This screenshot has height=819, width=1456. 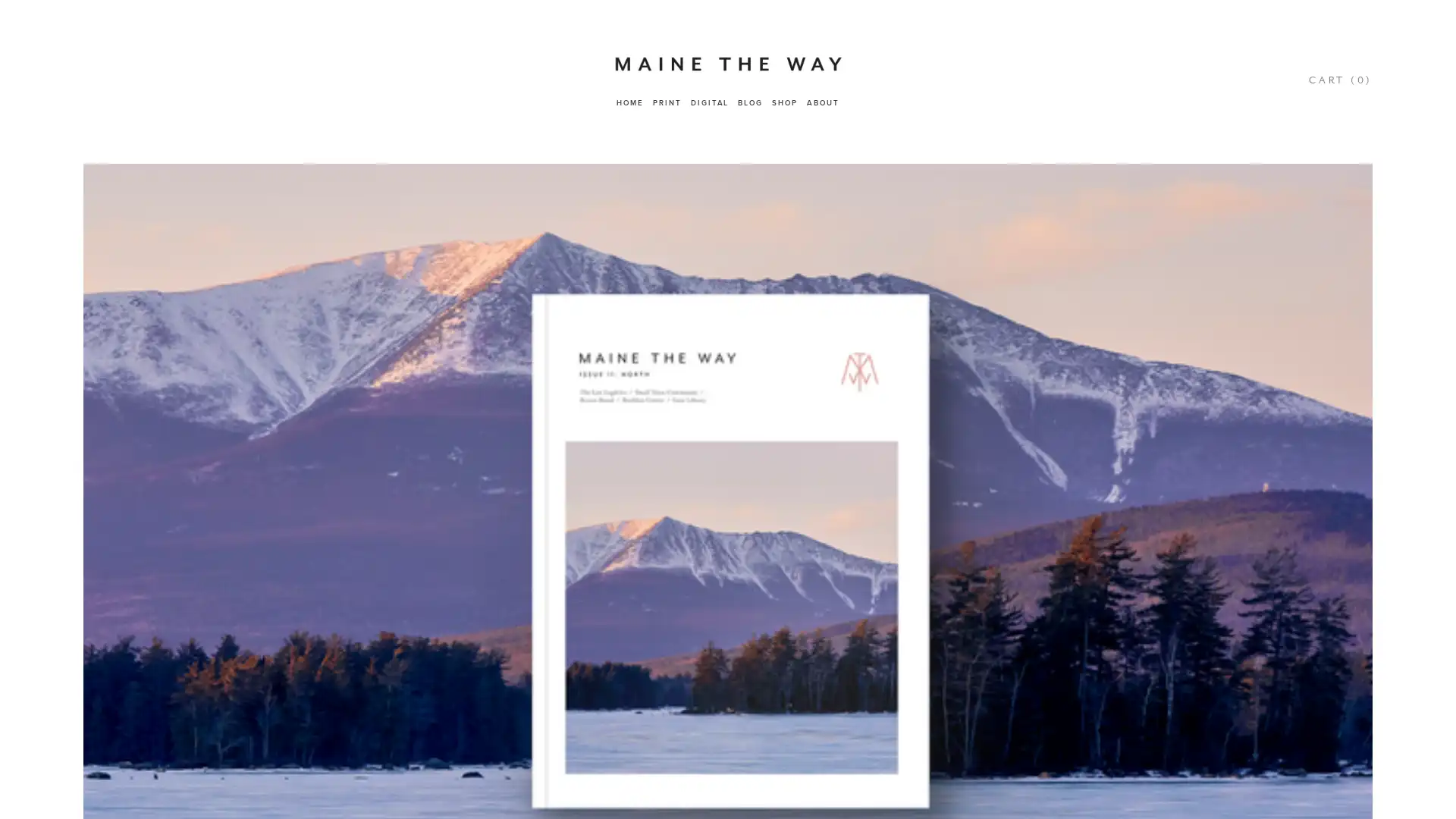 What do you see at coordinates (1283, 699) in the screenshot?
I see `SUBSCRIBE` at bounding box center [1283, 699].